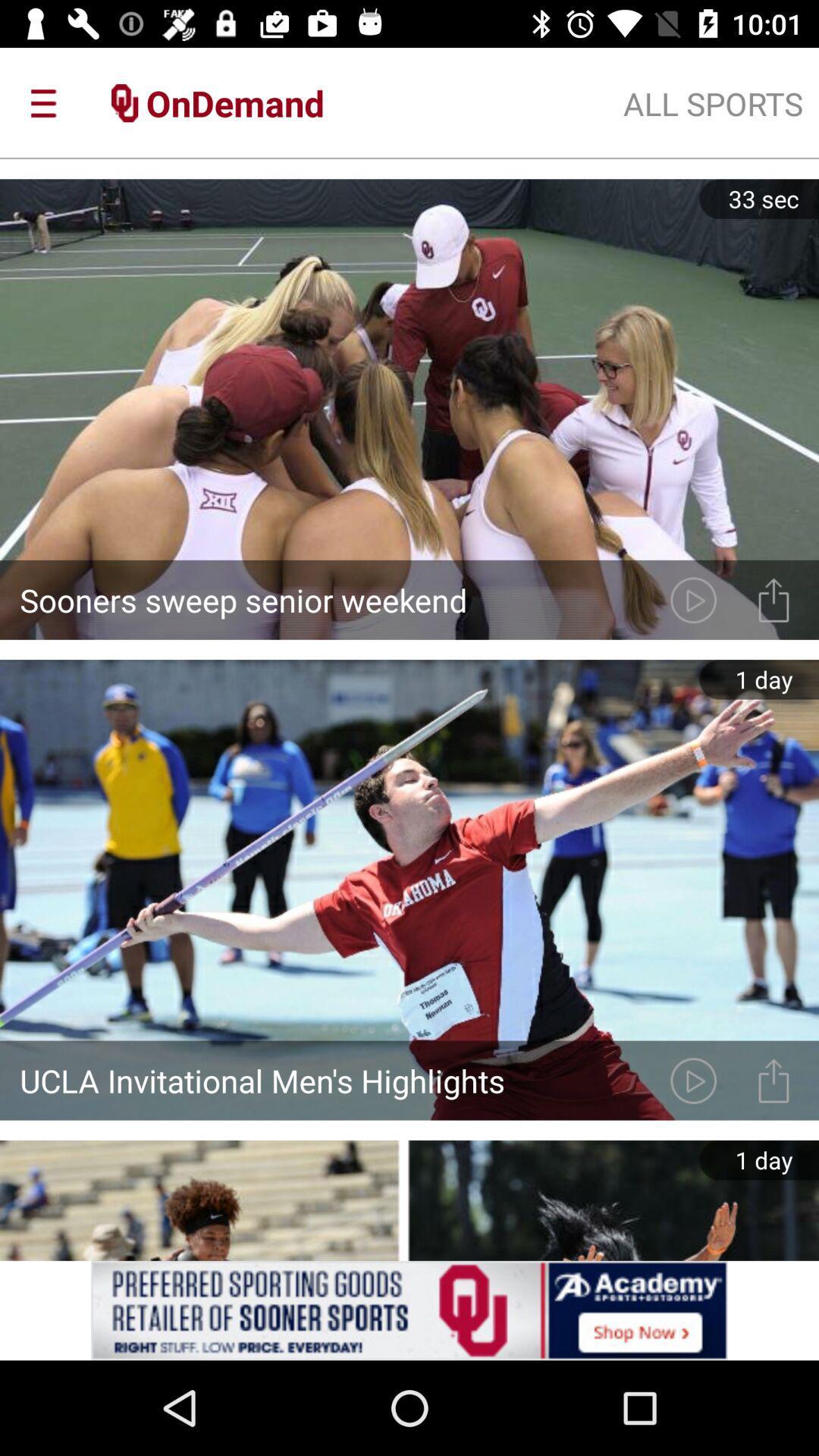  What do you see at coordinates (693, 1080) in the screenshot?
I see `open video` at bounding box center [693, 1080].